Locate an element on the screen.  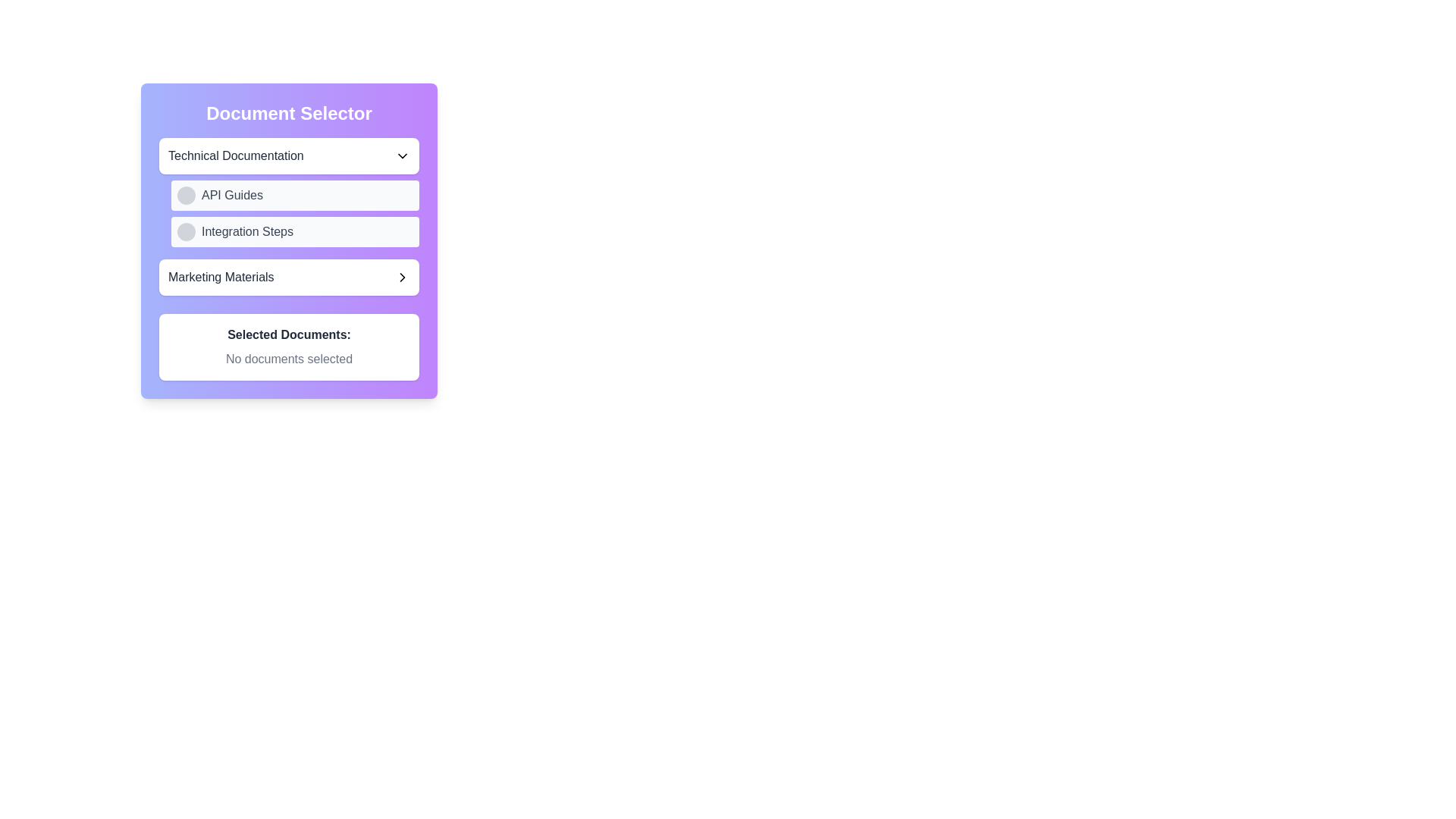
the first selectable item in the 'Document Selector' panel is located at coordinates (295, 213).